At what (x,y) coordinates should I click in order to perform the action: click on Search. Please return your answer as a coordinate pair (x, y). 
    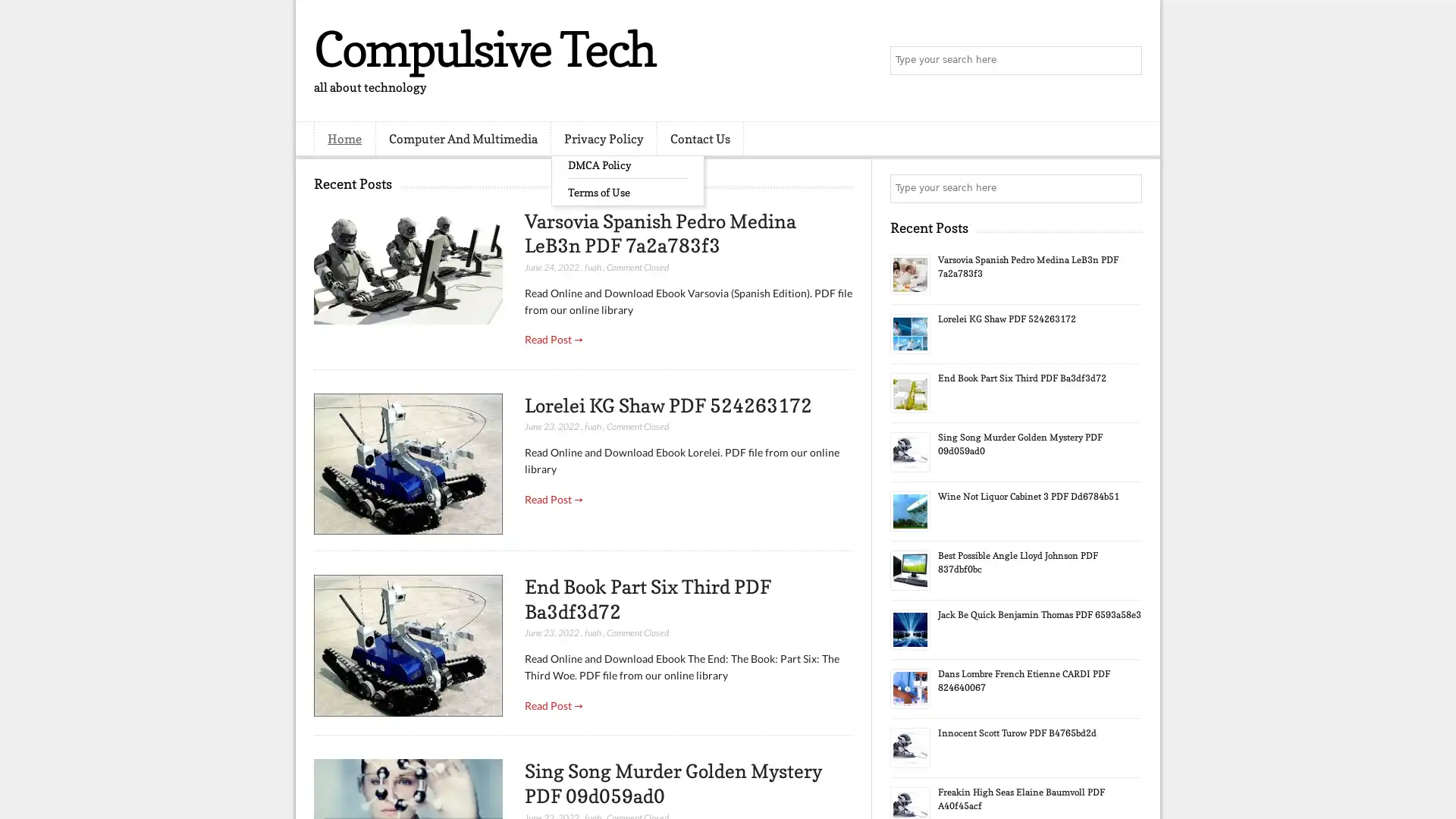
    Looking at the image, I should click on (1126, 61).